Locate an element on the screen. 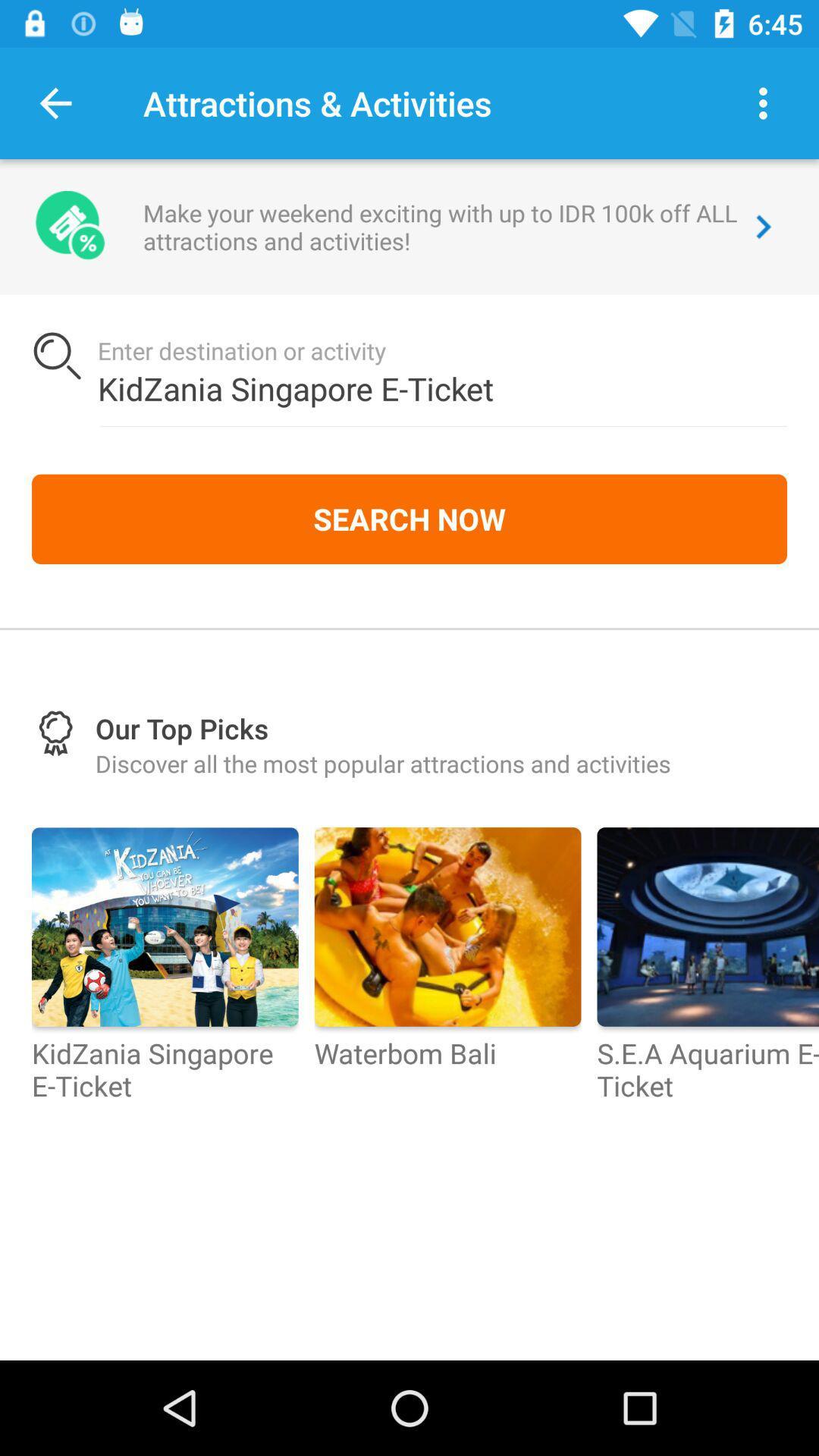 The image size is (819, 1456). go back is located at coordinates (55, 102).